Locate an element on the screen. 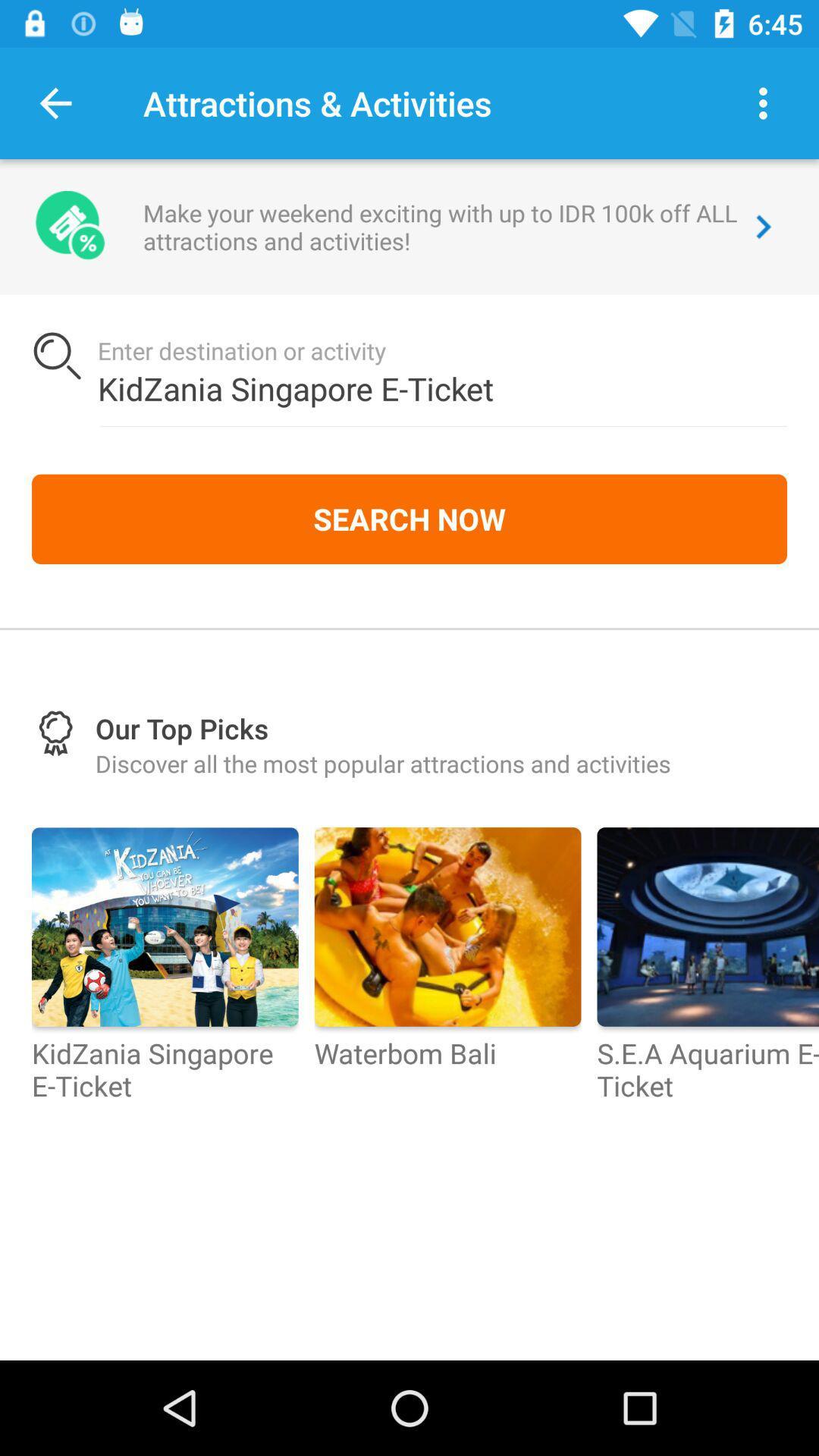 The image size is (819, 1456). go back is located at coordinates (55, 102).